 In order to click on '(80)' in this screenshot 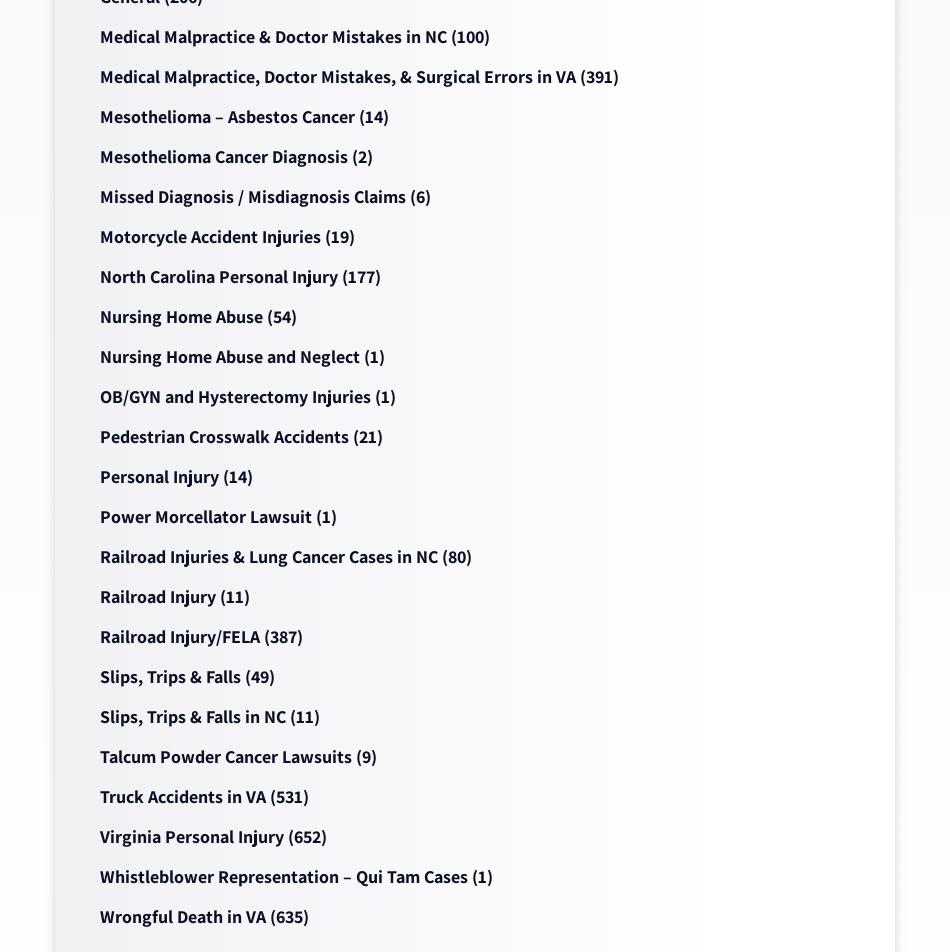, I will do `click(453, 556)`.